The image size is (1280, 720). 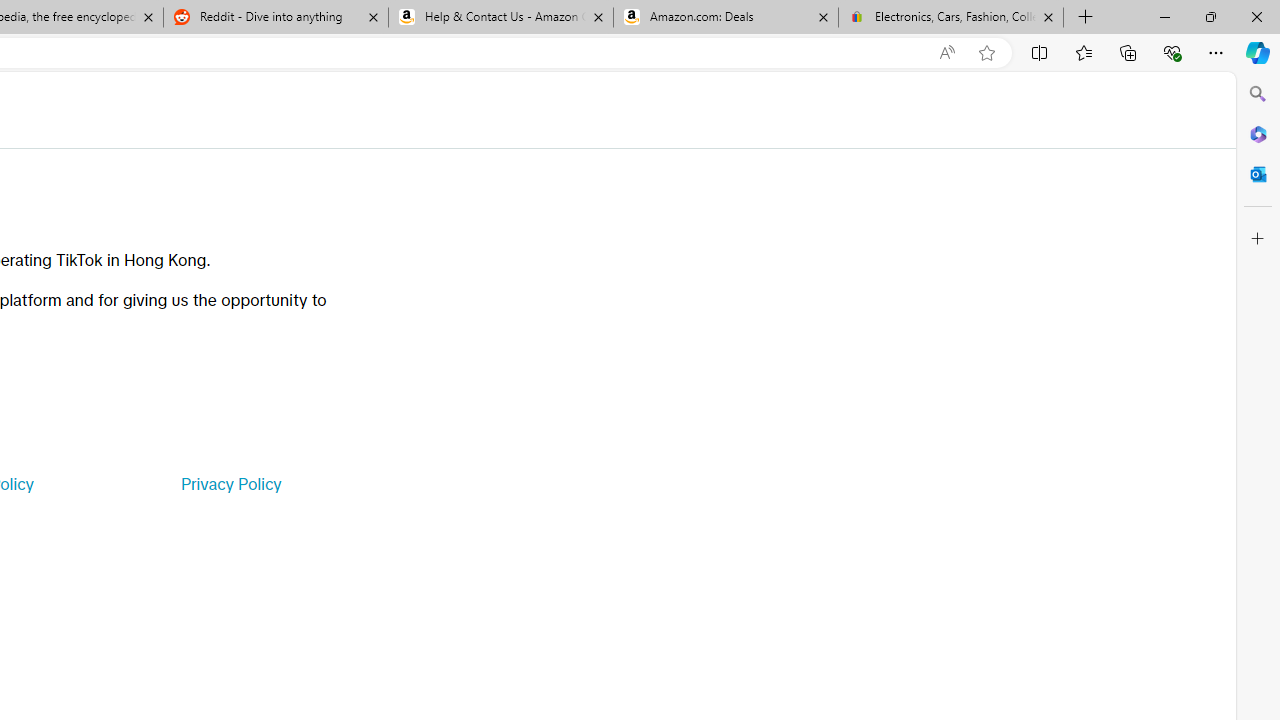 I want to click on 'Minimize', so click(x=1164, y=16).